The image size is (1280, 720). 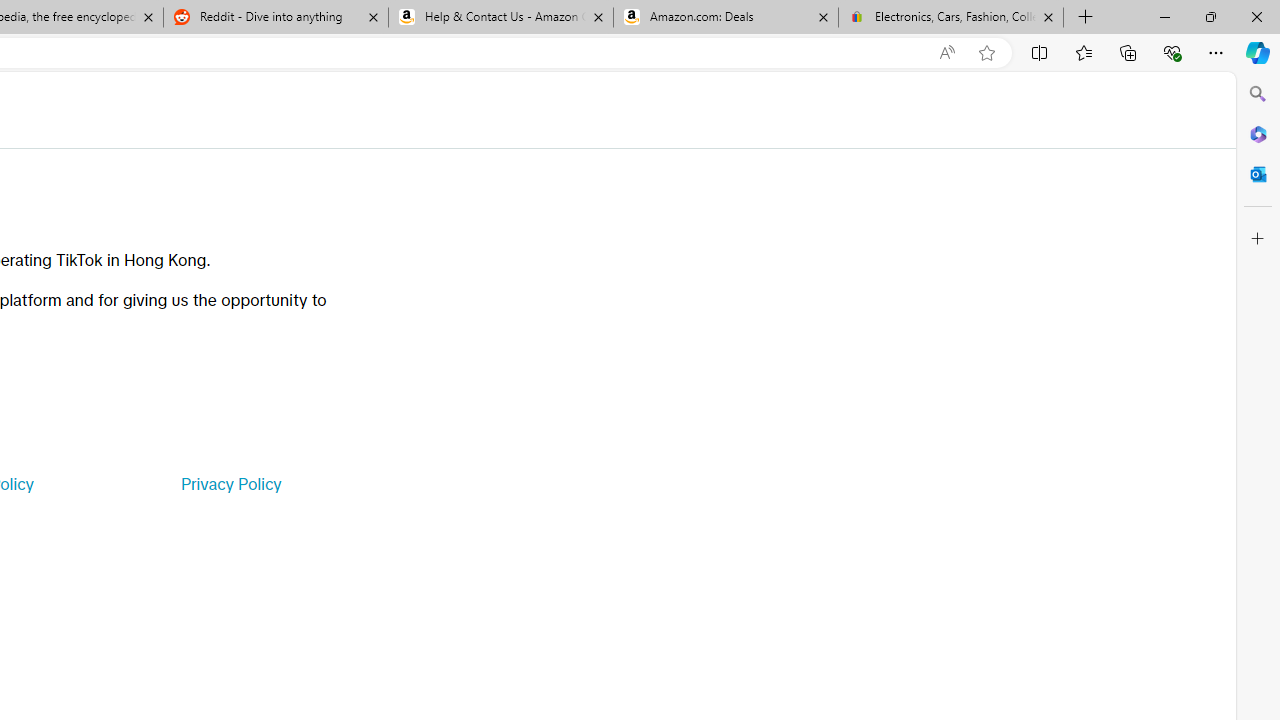 I want to click on 'Minimize', so click(x=1164, y=16).